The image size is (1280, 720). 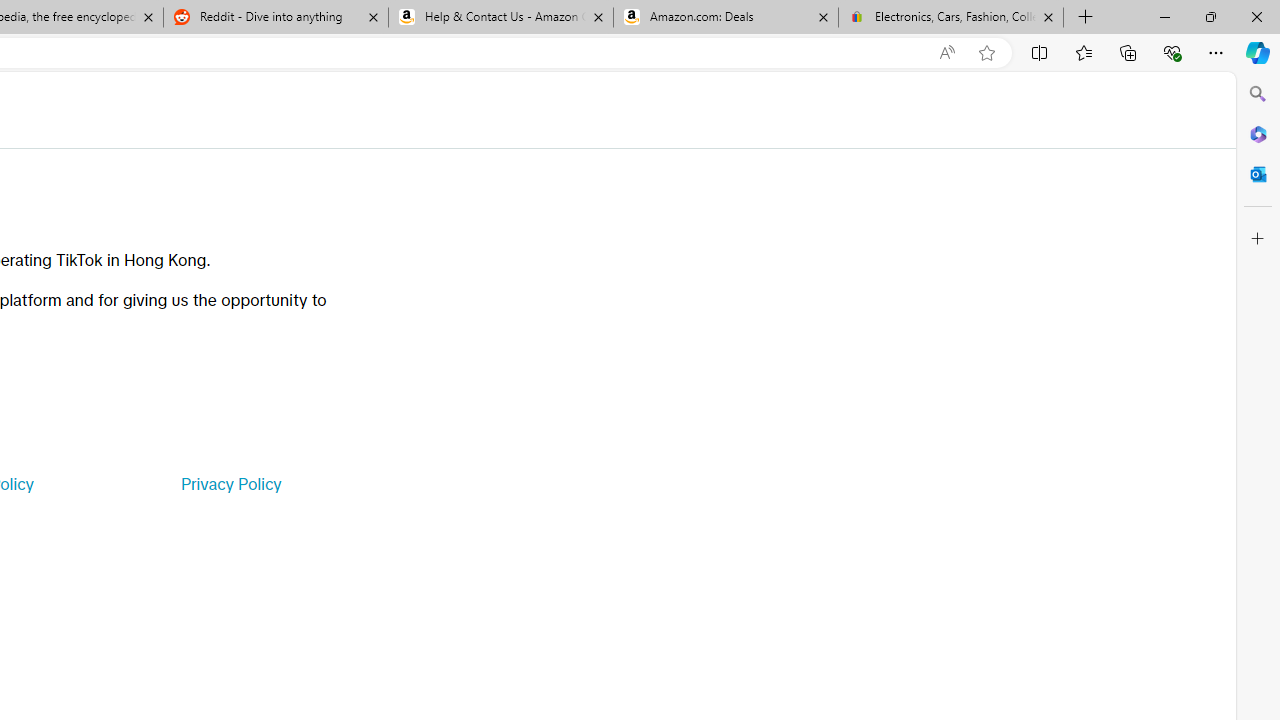 I want to click on 'Minimize', so click(x=1164, y=16).